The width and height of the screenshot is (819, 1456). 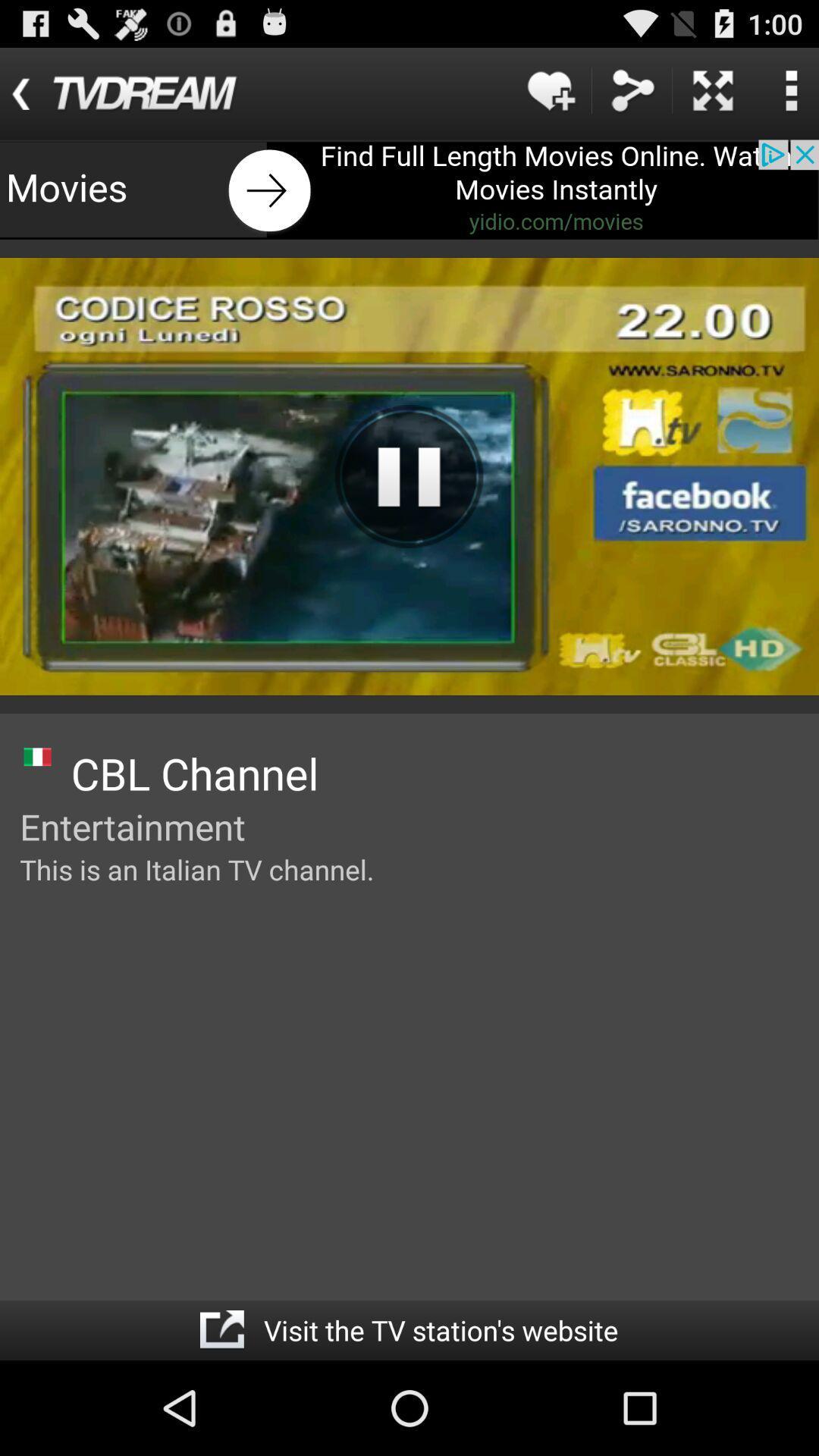 What do you see at coordinates (221, 1423) in the screenshot?
I see `the share icon` at bounding box center [221, 1423].